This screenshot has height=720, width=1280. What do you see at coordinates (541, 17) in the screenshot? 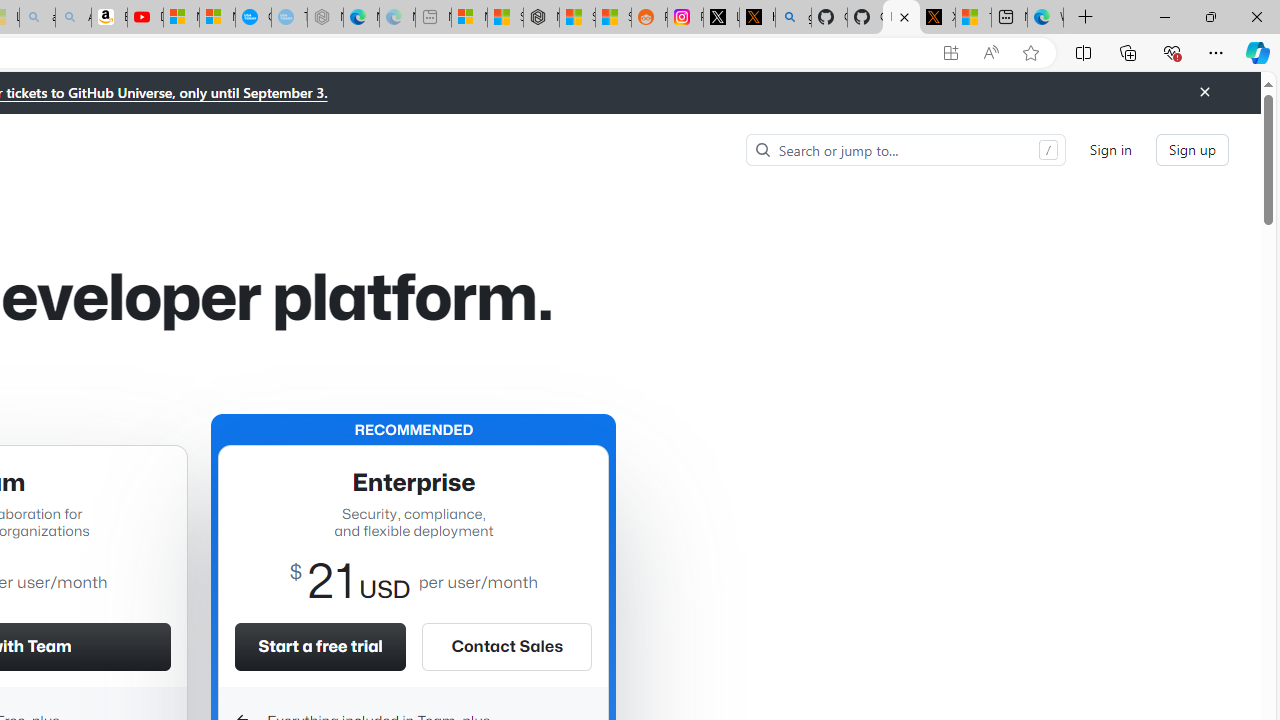
I see `'Nordace - Duffels'` at bounding box center [541, 17].